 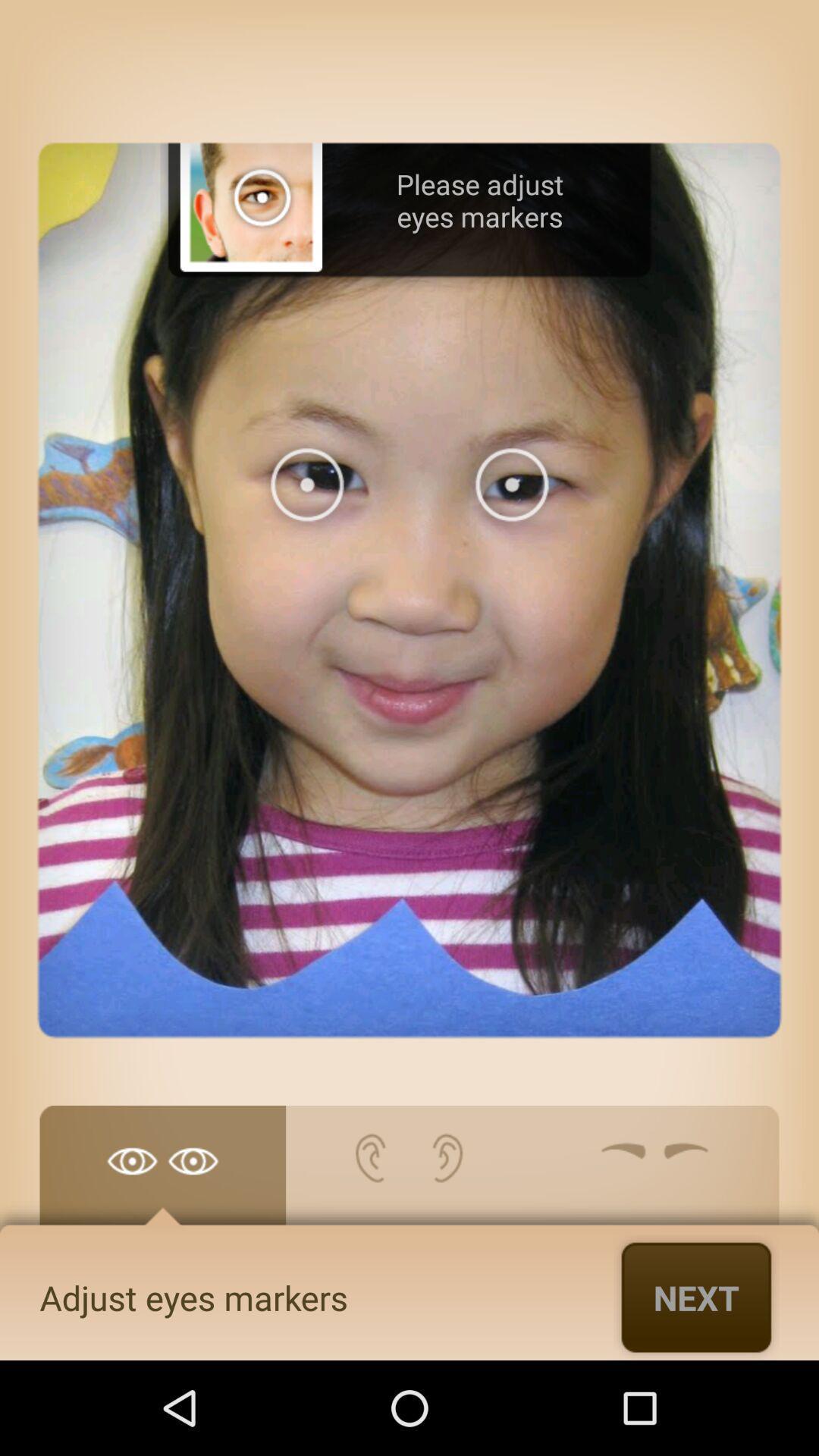 I want to click on app next to adjust eyes markers item, so click(x=696, y=1297).